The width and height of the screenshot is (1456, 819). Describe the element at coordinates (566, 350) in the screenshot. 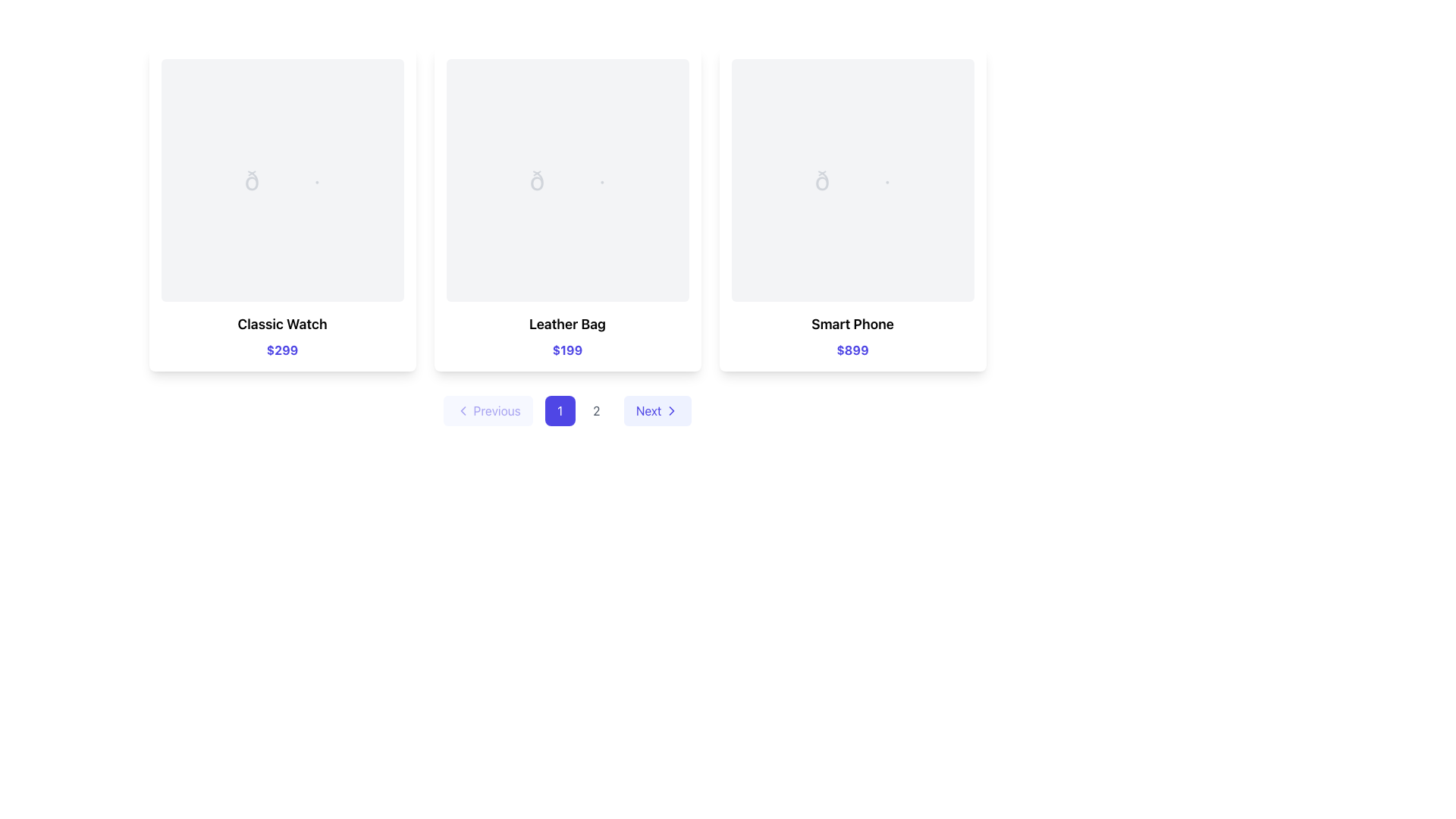

I see `the price displayed below the 'Leather Bag' text in the second product card from the left` at that location.